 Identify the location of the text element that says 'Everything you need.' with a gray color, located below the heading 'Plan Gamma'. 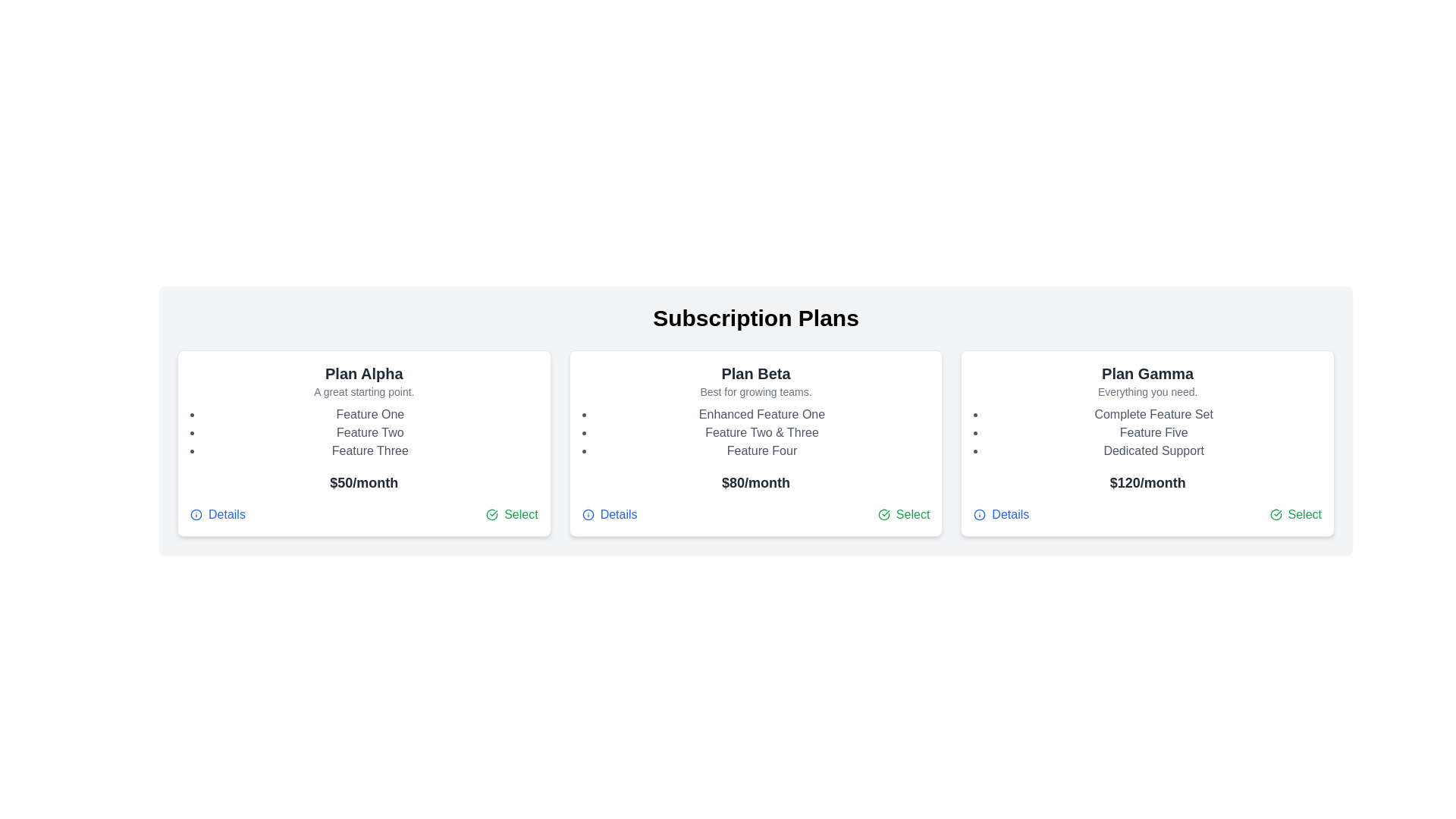
(1147, 391).